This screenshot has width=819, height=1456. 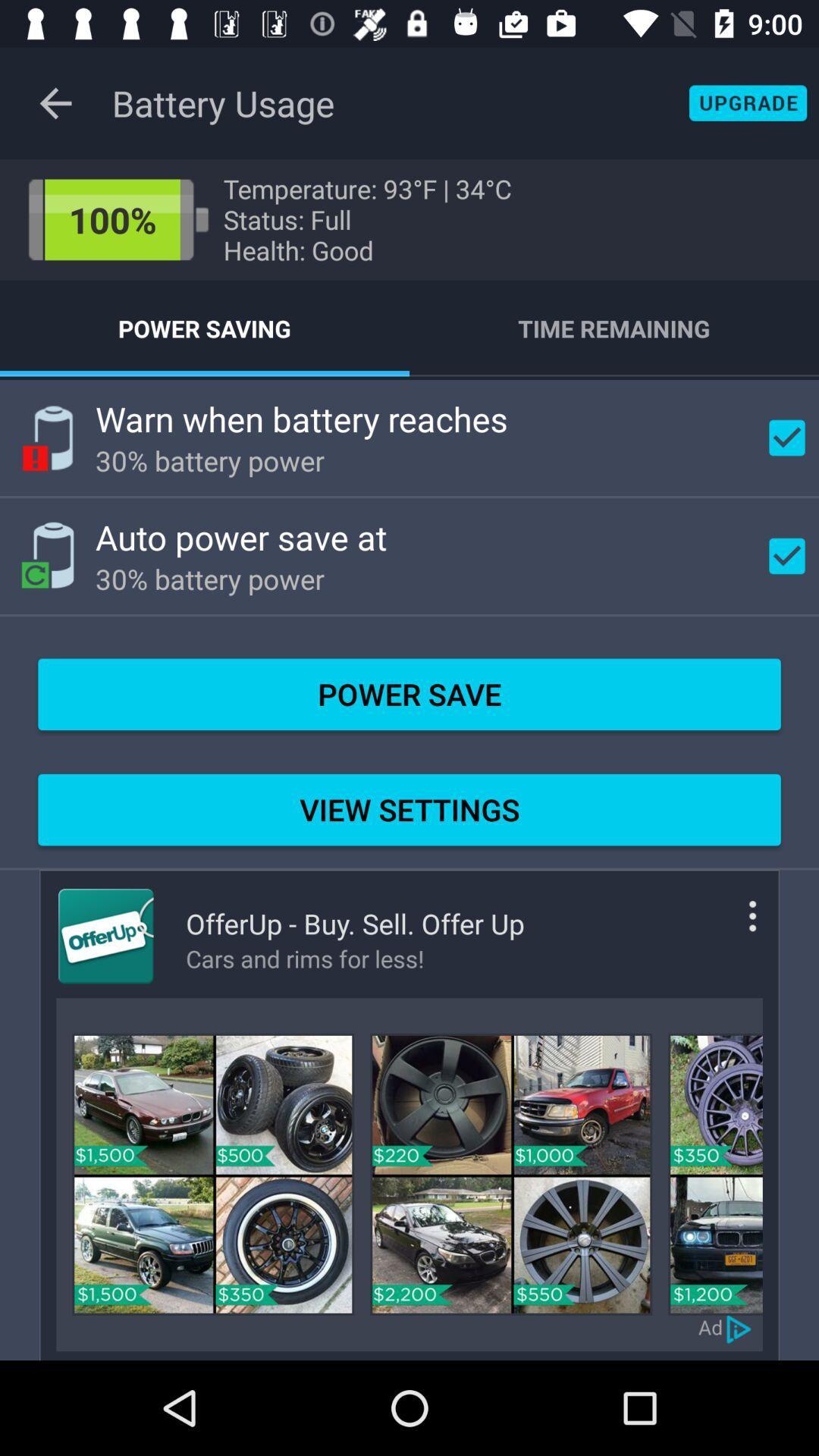 I want to click on an icon, so click(x=511, y=1173).